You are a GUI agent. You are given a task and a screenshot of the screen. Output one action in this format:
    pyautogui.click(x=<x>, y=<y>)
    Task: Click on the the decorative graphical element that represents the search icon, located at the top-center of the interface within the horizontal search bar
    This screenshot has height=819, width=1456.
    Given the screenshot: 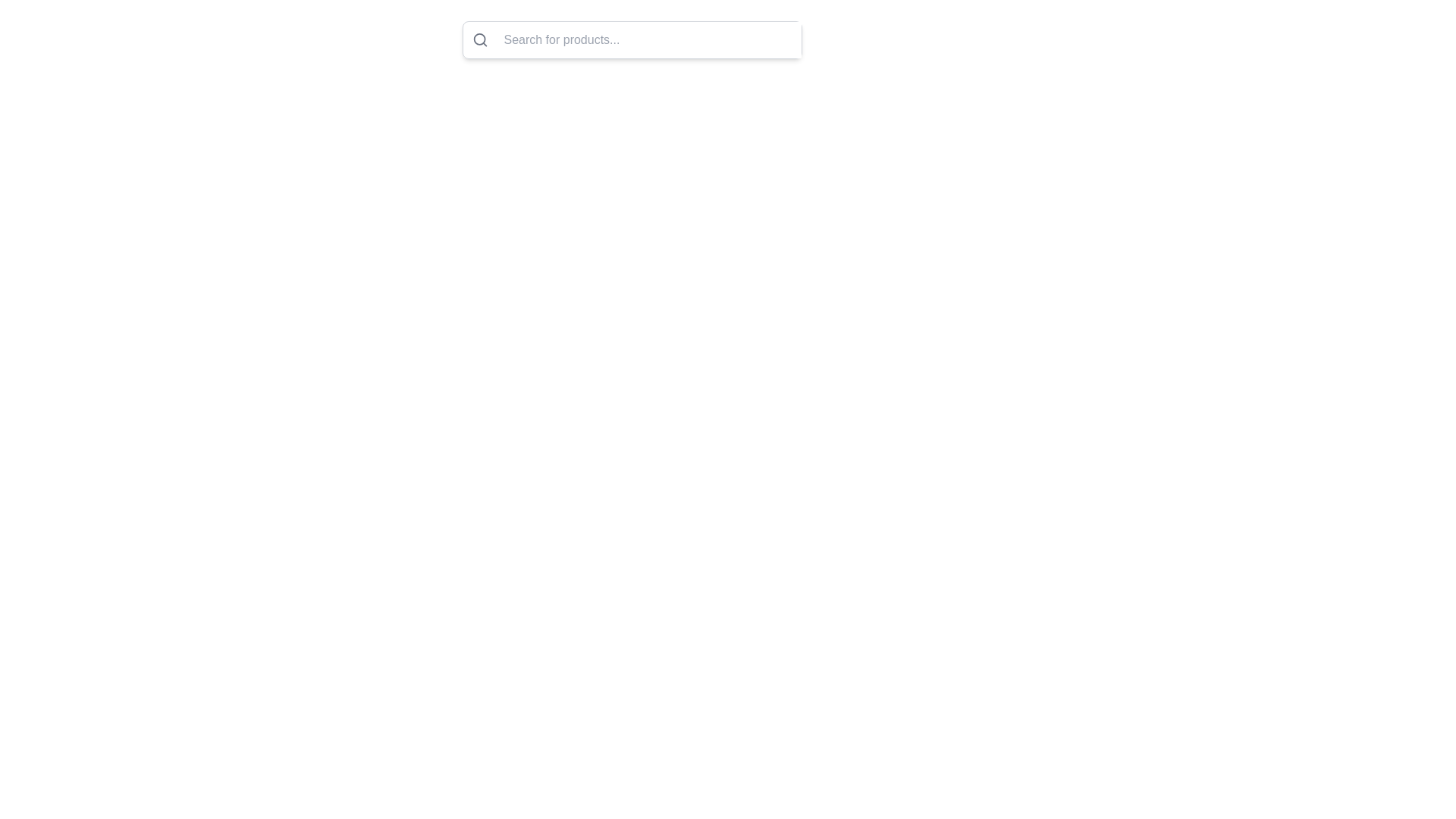 What is the action you would take?
    pyautogui.click(x=479, y=39)
    